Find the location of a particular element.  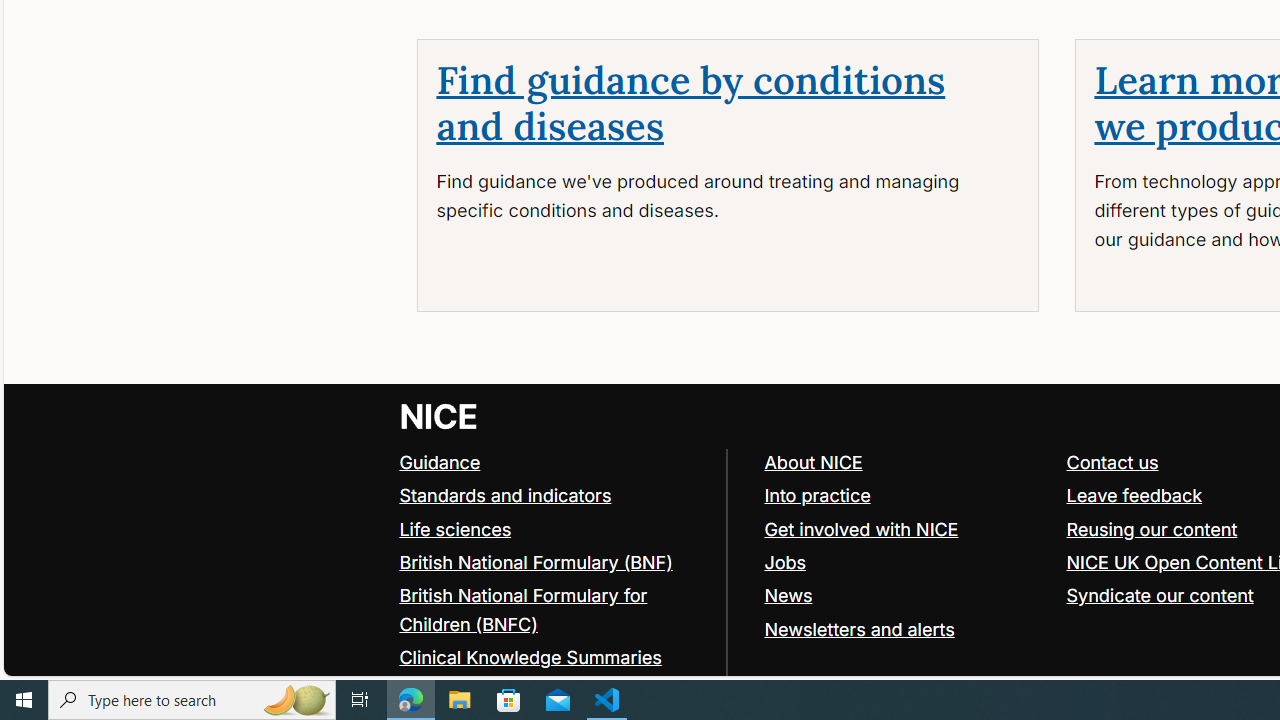

'About NICE' is located at coordinates (813, 461).